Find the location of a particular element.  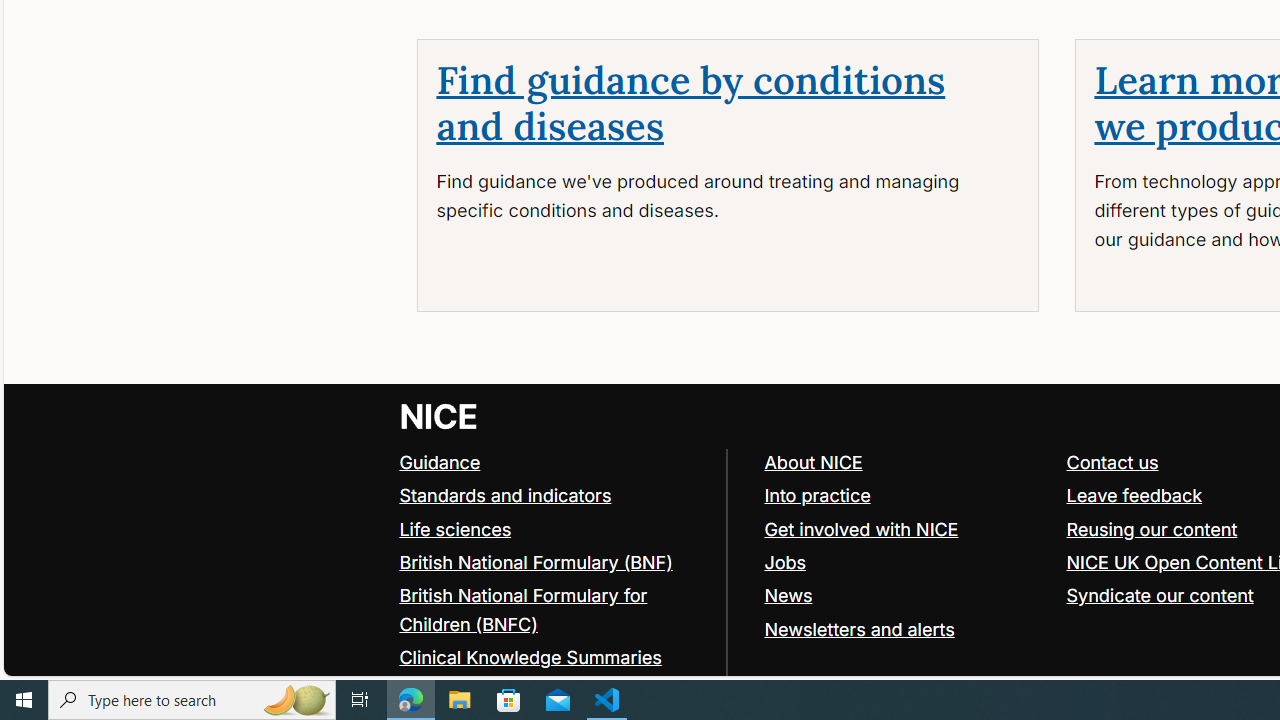

'About NICE' is located at coordinates (813, 461).